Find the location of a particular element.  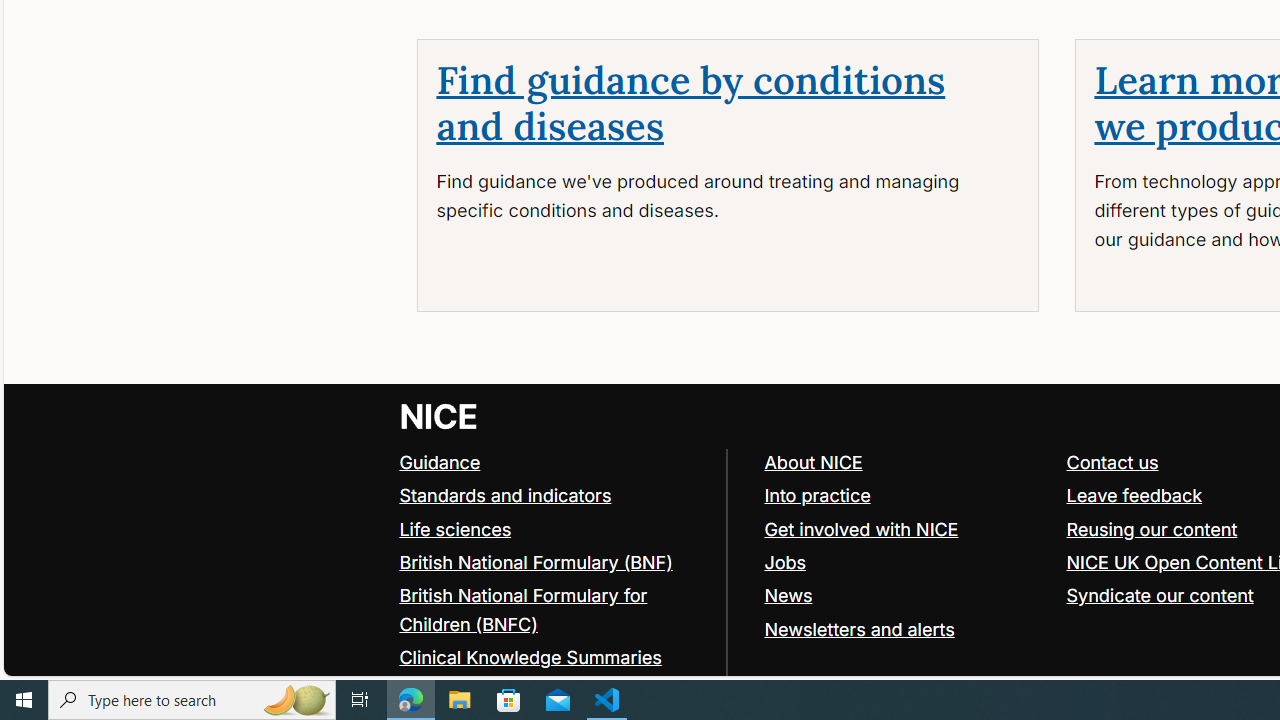

'About NICE' is located at coordinates (813, 461).